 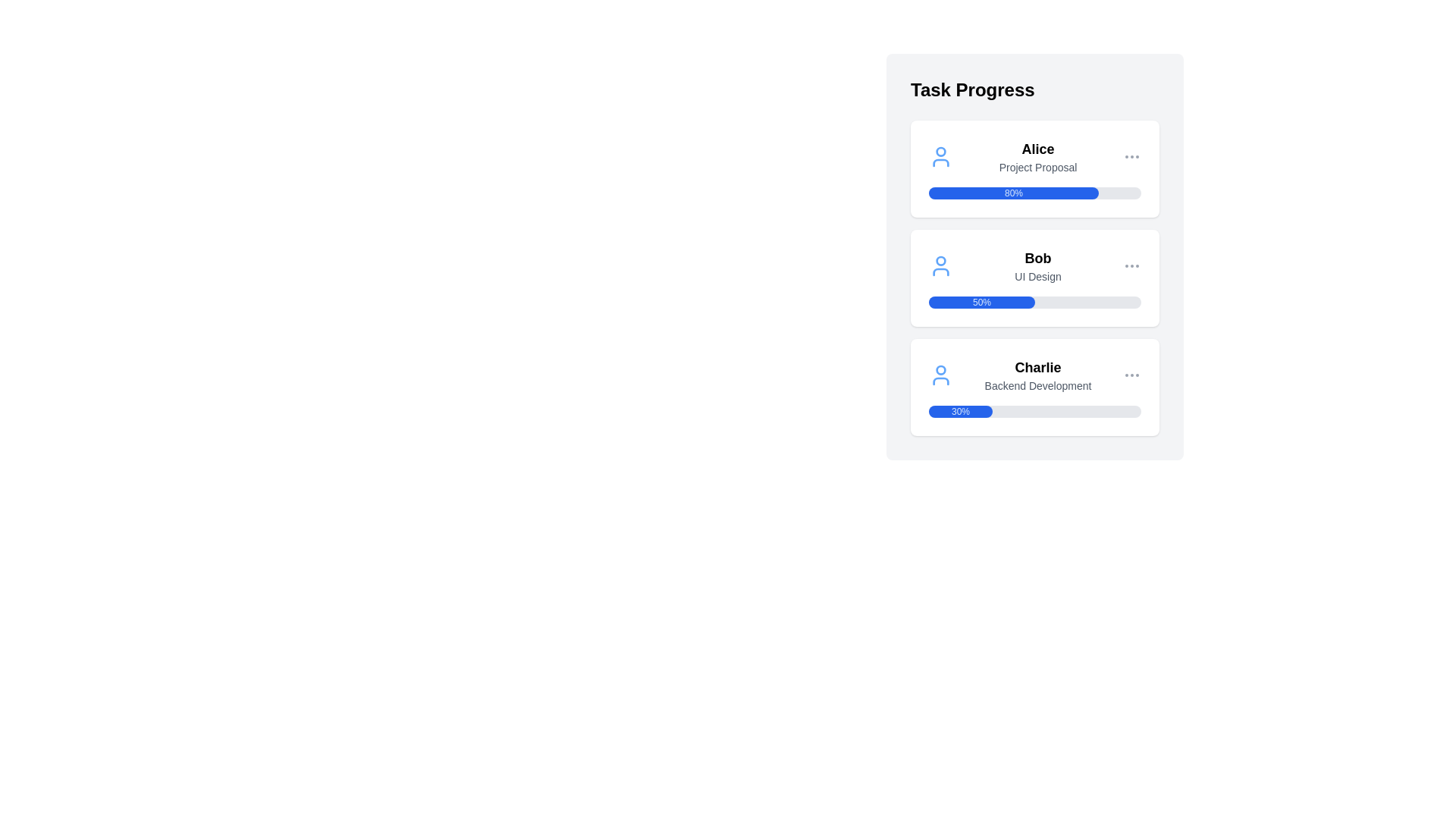 I want to click on the user icon representing 'Alice' in the first row under 'Task Progress', located to the left of the text, so click(x=940, y=157).